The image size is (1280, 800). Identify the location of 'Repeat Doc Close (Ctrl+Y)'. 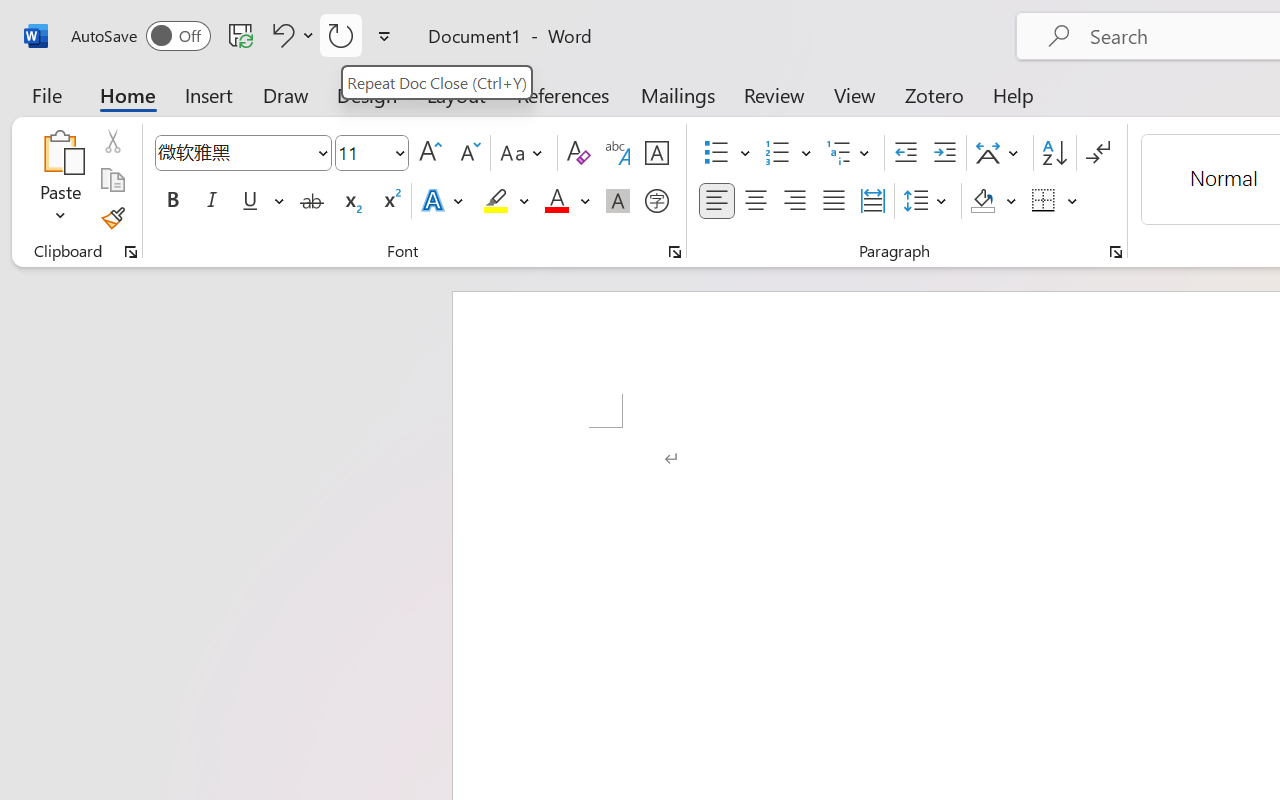
(435, 82).